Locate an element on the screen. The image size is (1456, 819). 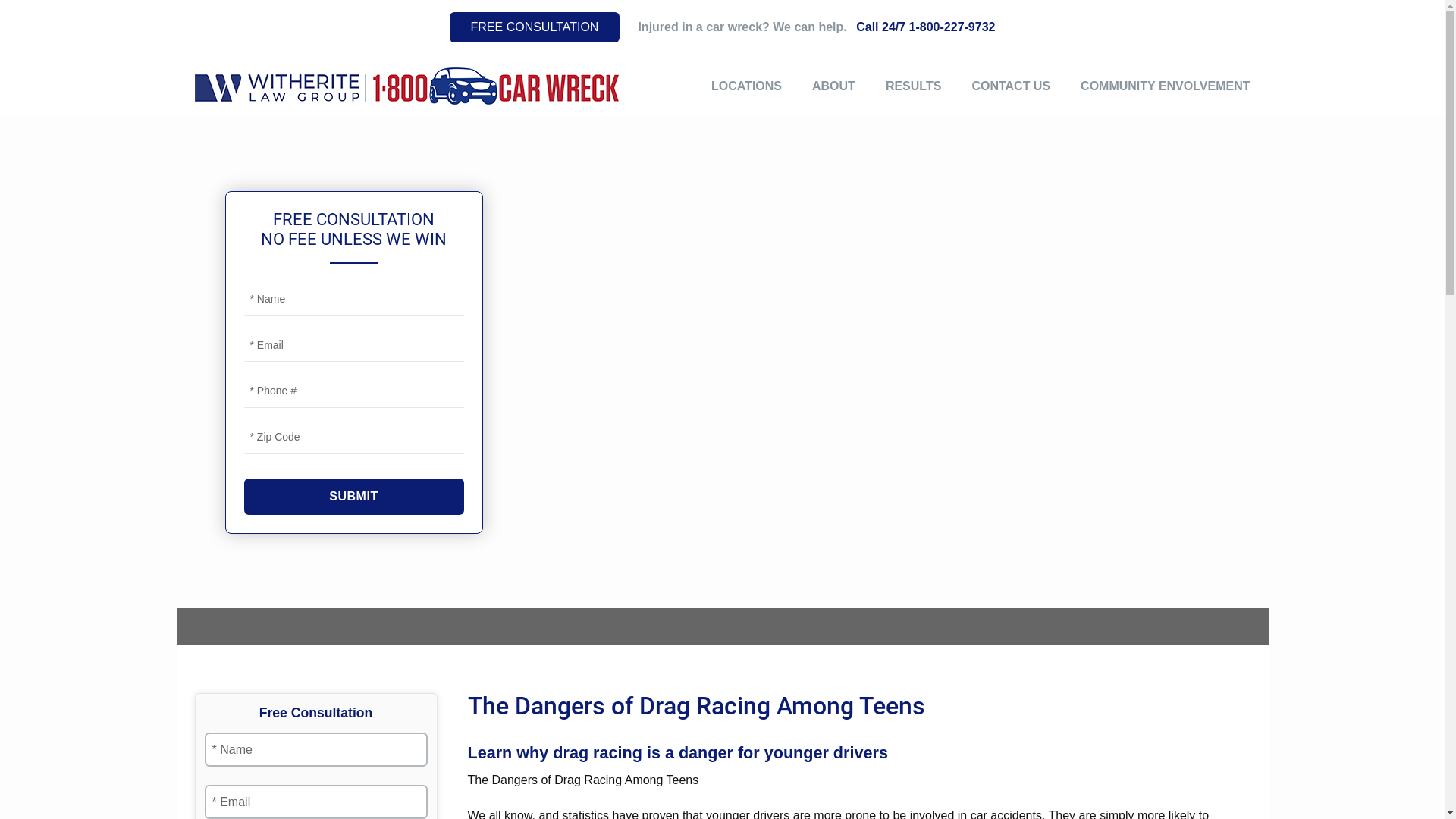
'SUBMIT' is located at coordinates (353, 497).